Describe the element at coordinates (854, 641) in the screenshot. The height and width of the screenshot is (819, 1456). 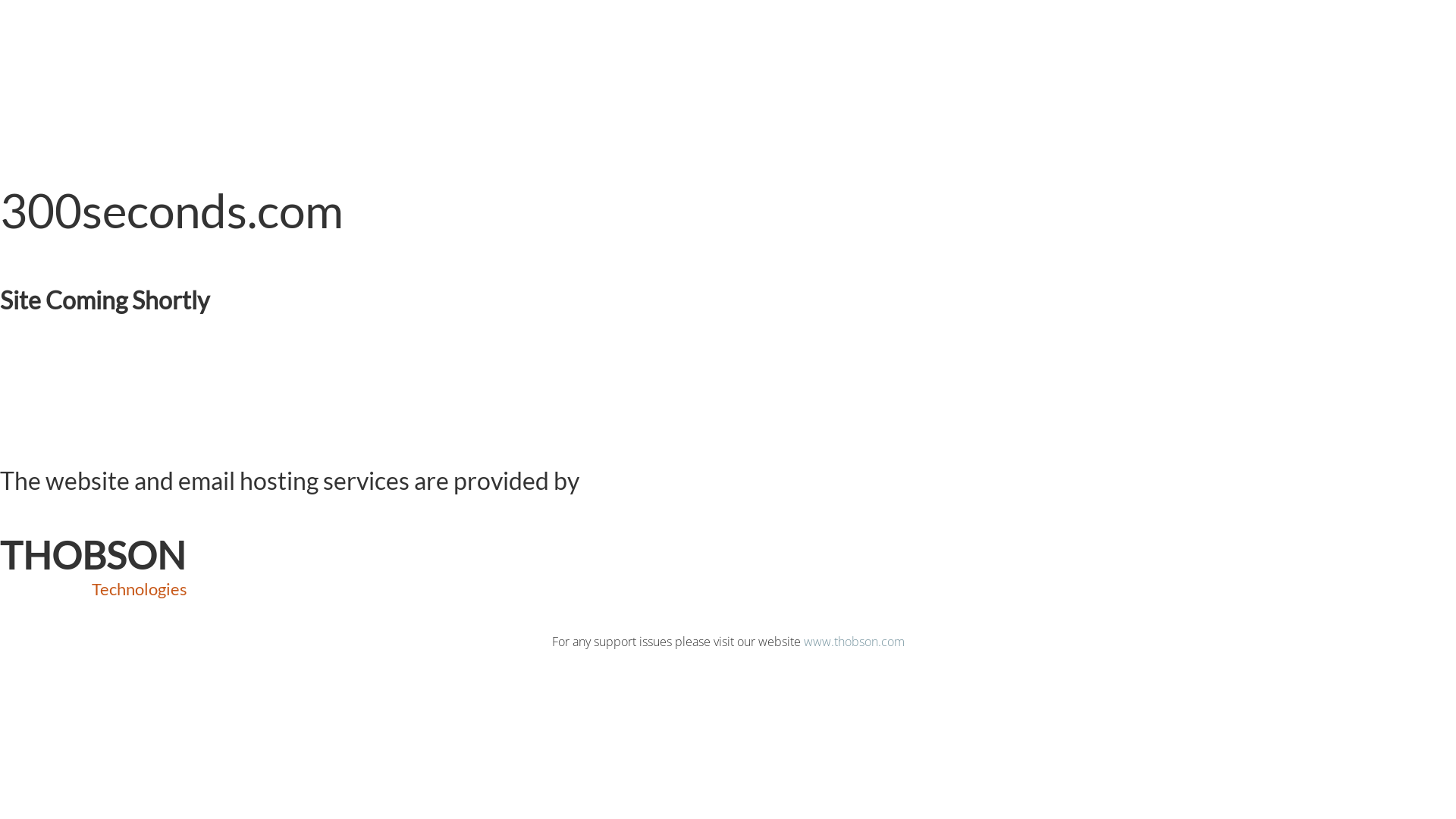
I see `'www.thobson.com'` at that location.